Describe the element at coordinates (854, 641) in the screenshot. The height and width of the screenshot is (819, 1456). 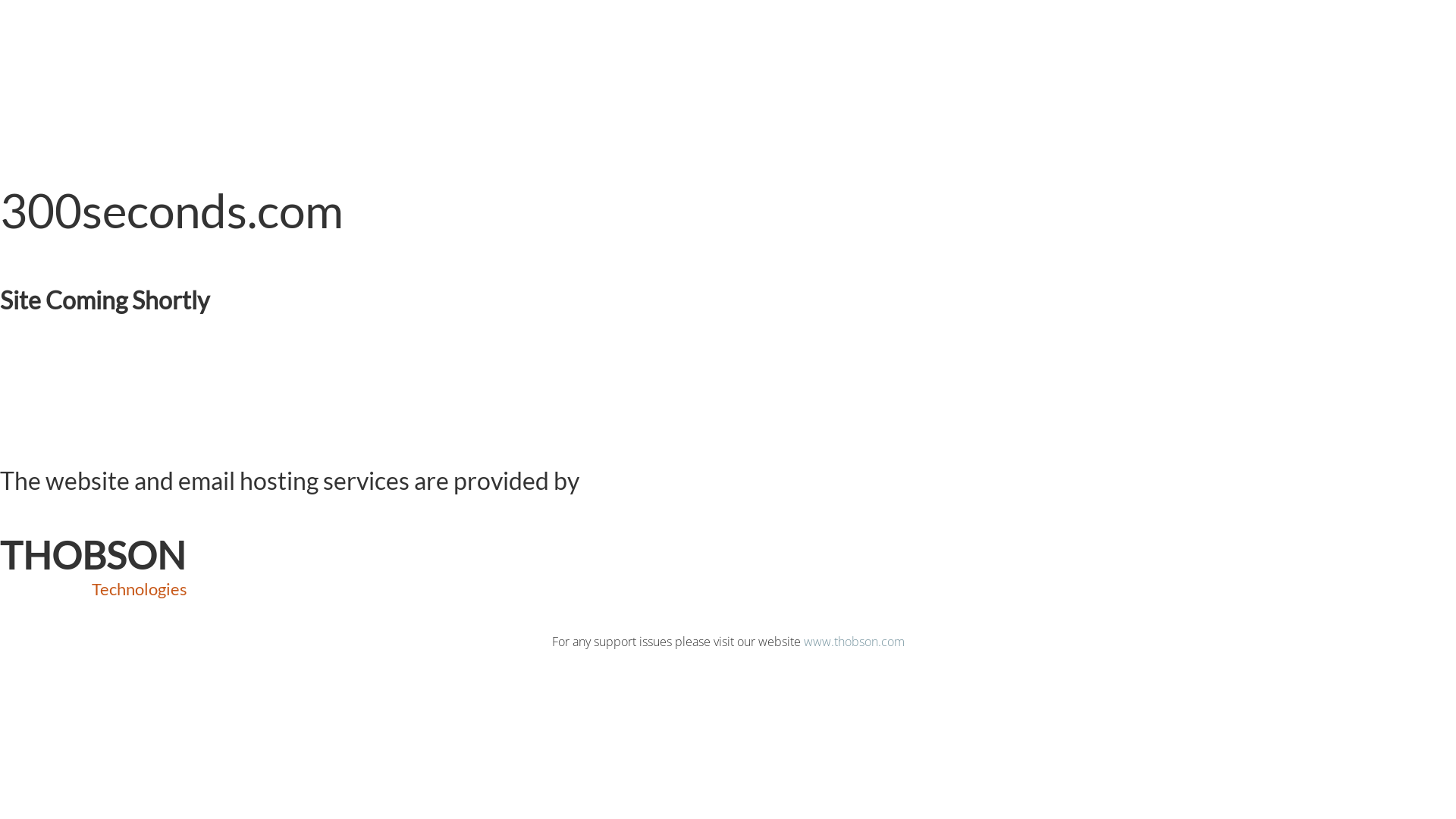
I see `'www.thobson.com'` at that location.